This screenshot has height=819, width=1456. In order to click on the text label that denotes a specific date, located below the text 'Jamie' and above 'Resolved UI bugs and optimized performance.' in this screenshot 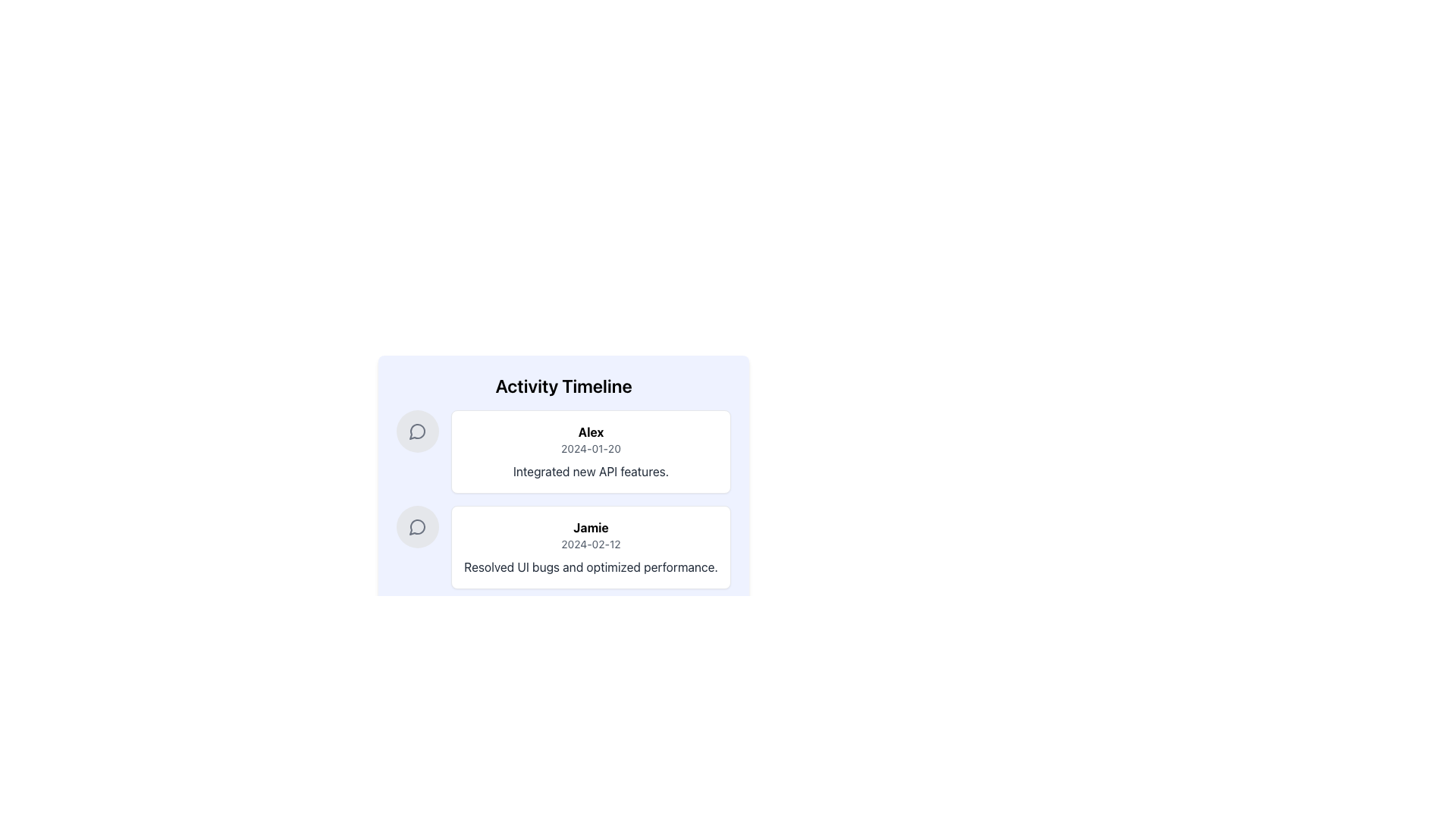, I will do `click(590, 543)`.